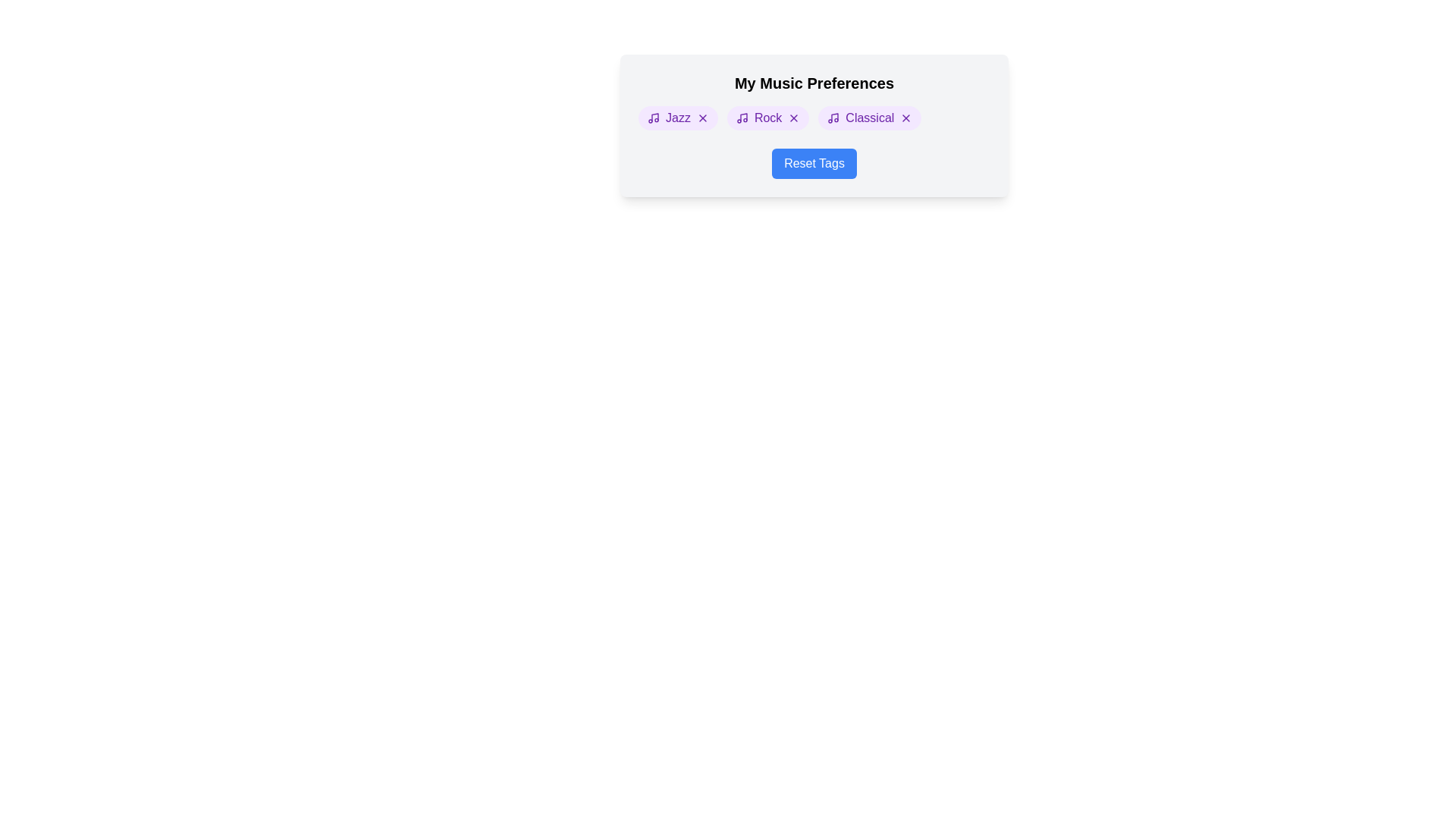 The width and height of the screenshot is (1456, 819). Describe the element at coordinates (814, 164) in the screenshot. I see `'Reset Tags' button to restore all tags` at that location.